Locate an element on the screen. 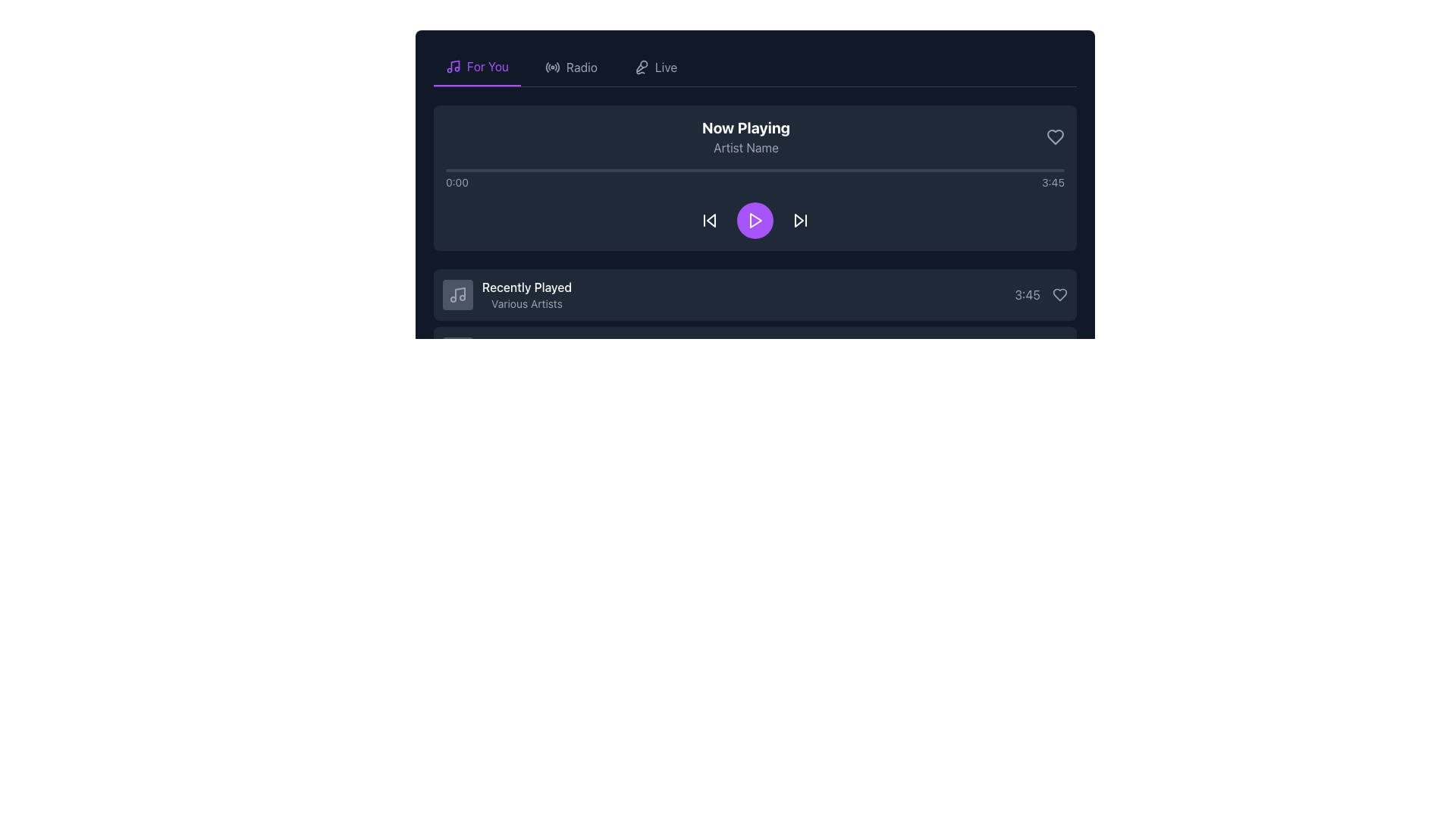 This screenshot has width=1456, height=819. the heart-shaped icon button that changes color on hover, located adjacent to the time label '3:45' is located at coordinates (1059, 295).